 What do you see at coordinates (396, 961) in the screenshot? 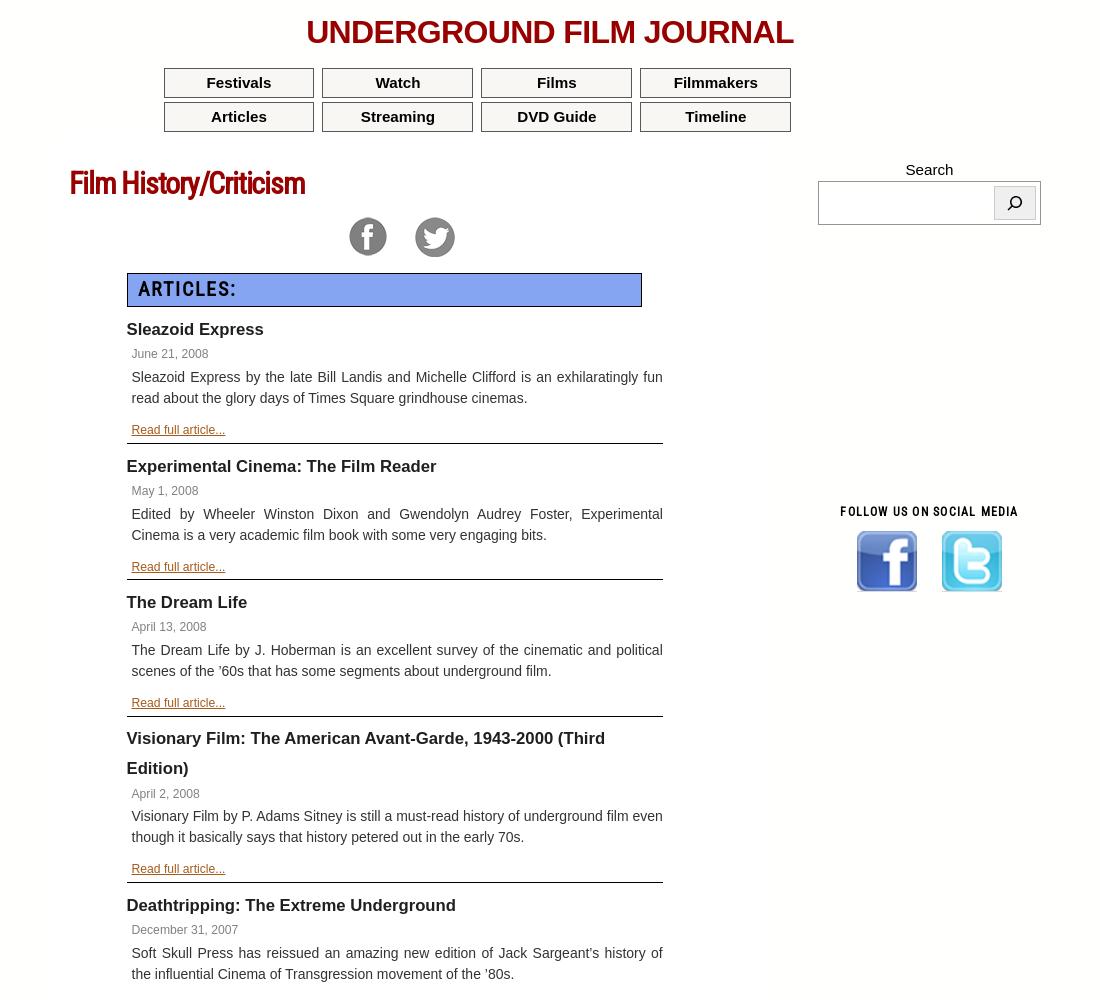
I see `'Soft Skull Press has reissued an amazing new edition of Jack Sargeant’s history of the influential Cinema of Transgression movement of the ’80s.'` at bounding box center [396, 961].